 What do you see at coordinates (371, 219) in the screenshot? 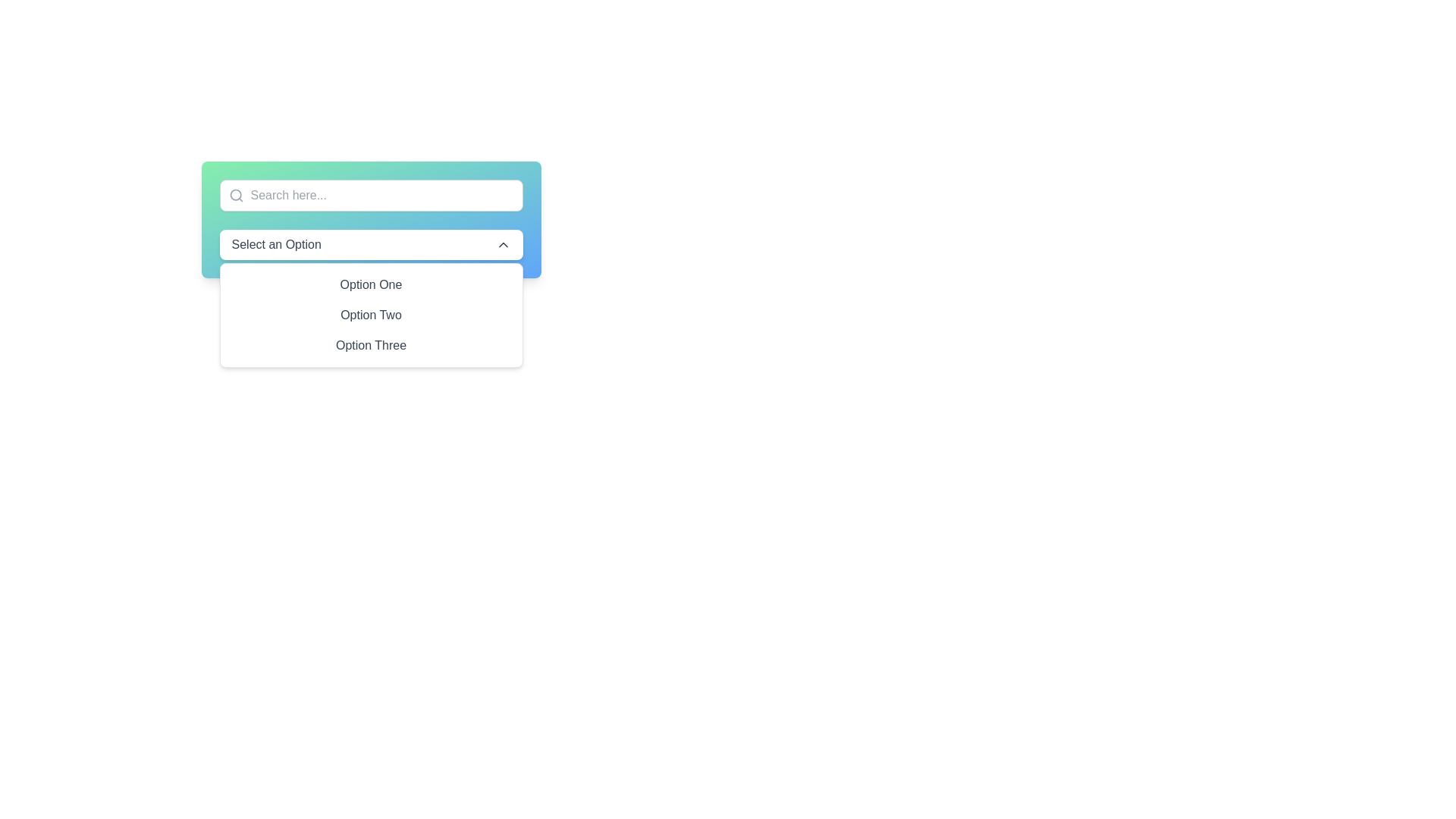
I see `the dropdown menu labeled 'Select an Option'` at bounding box center [371, 219].